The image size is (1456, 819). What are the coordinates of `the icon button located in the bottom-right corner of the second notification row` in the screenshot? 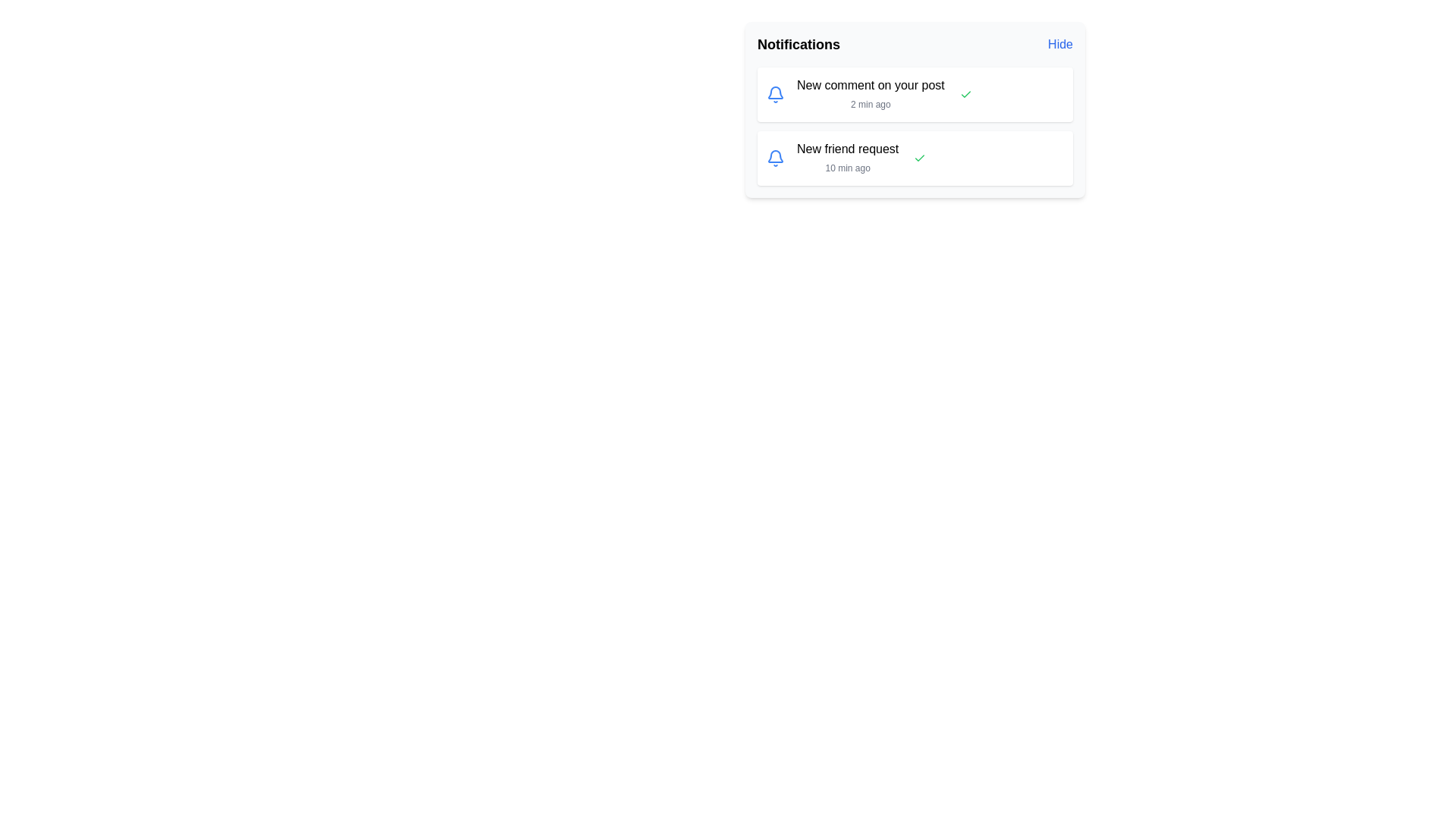 It's located at (919, 158).